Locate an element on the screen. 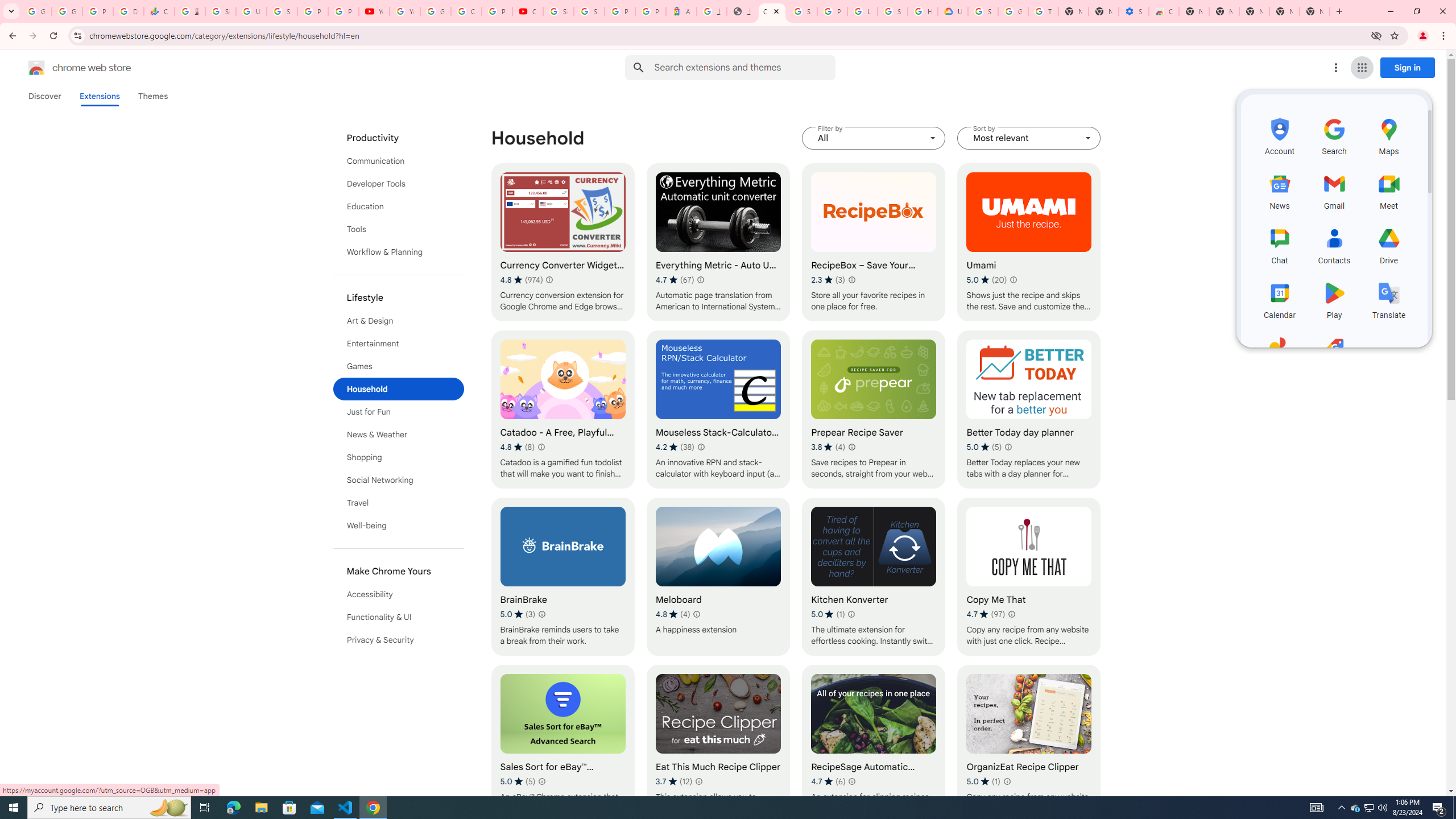  'Accessibility' is located at coordinates (399, 594).